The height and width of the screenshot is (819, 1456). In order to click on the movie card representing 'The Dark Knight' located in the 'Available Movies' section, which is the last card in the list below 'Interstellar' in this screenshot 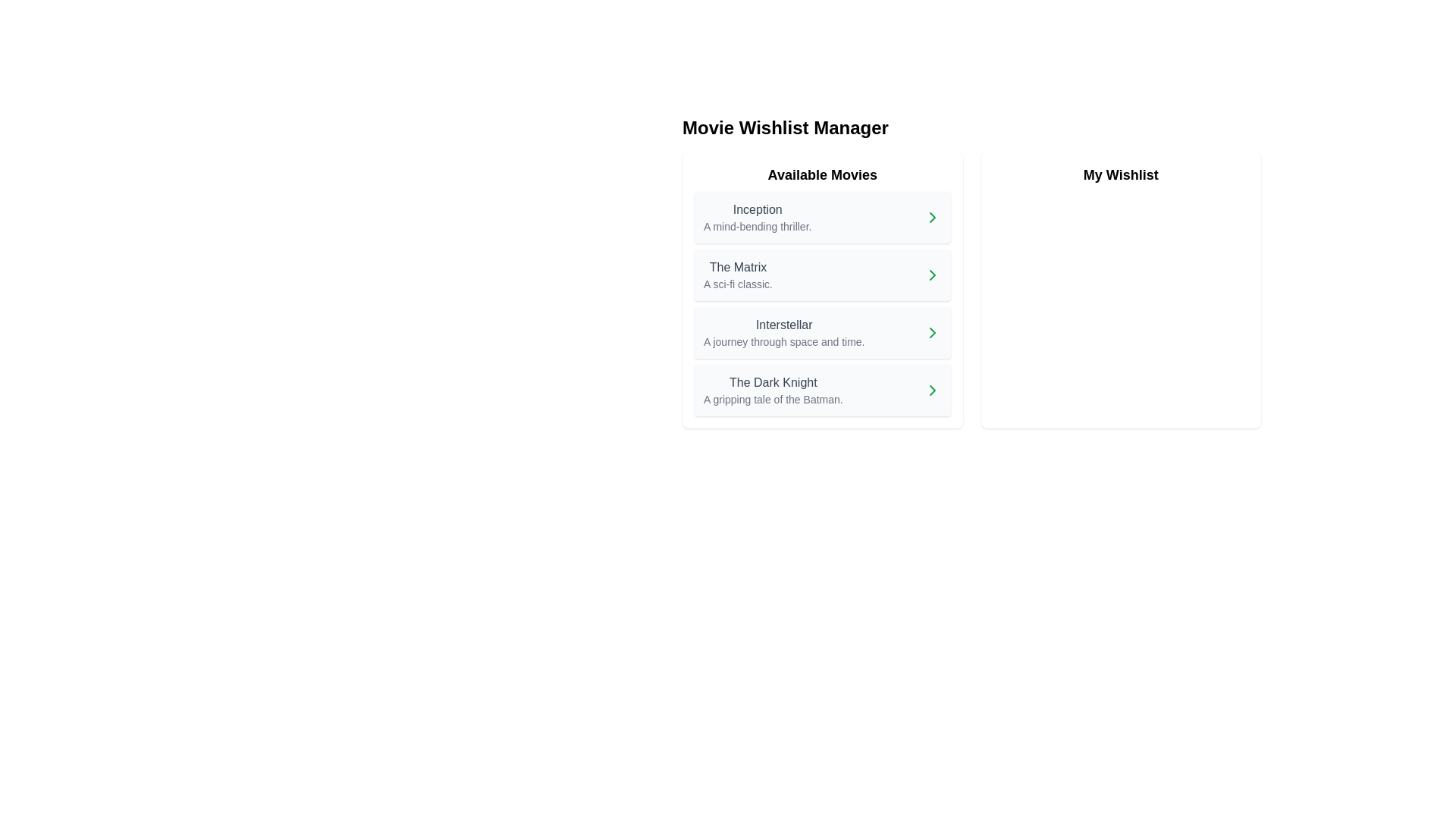, I will do `click(821, 390)`.